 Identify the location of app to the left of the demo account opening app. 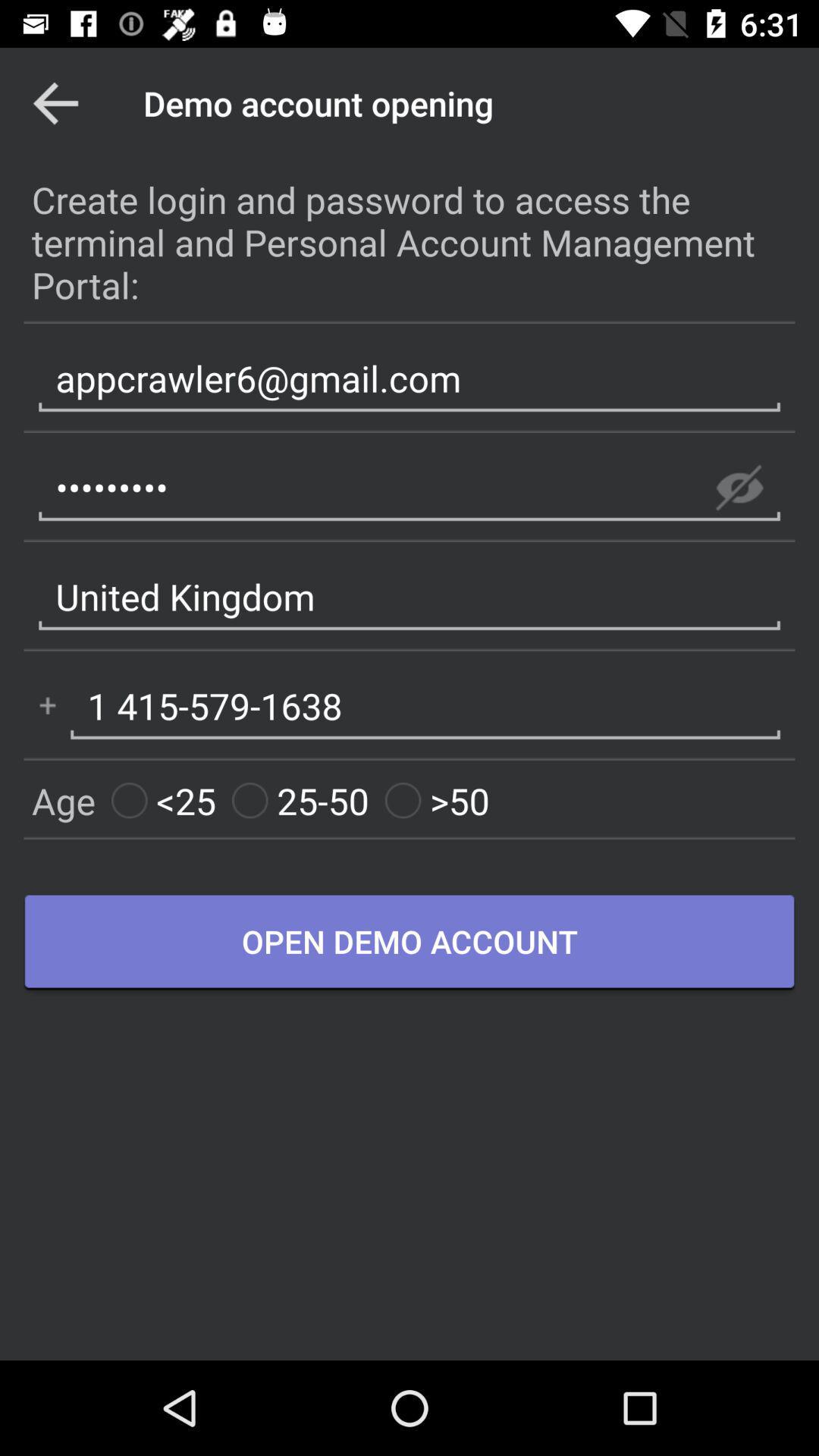
(55, 102).